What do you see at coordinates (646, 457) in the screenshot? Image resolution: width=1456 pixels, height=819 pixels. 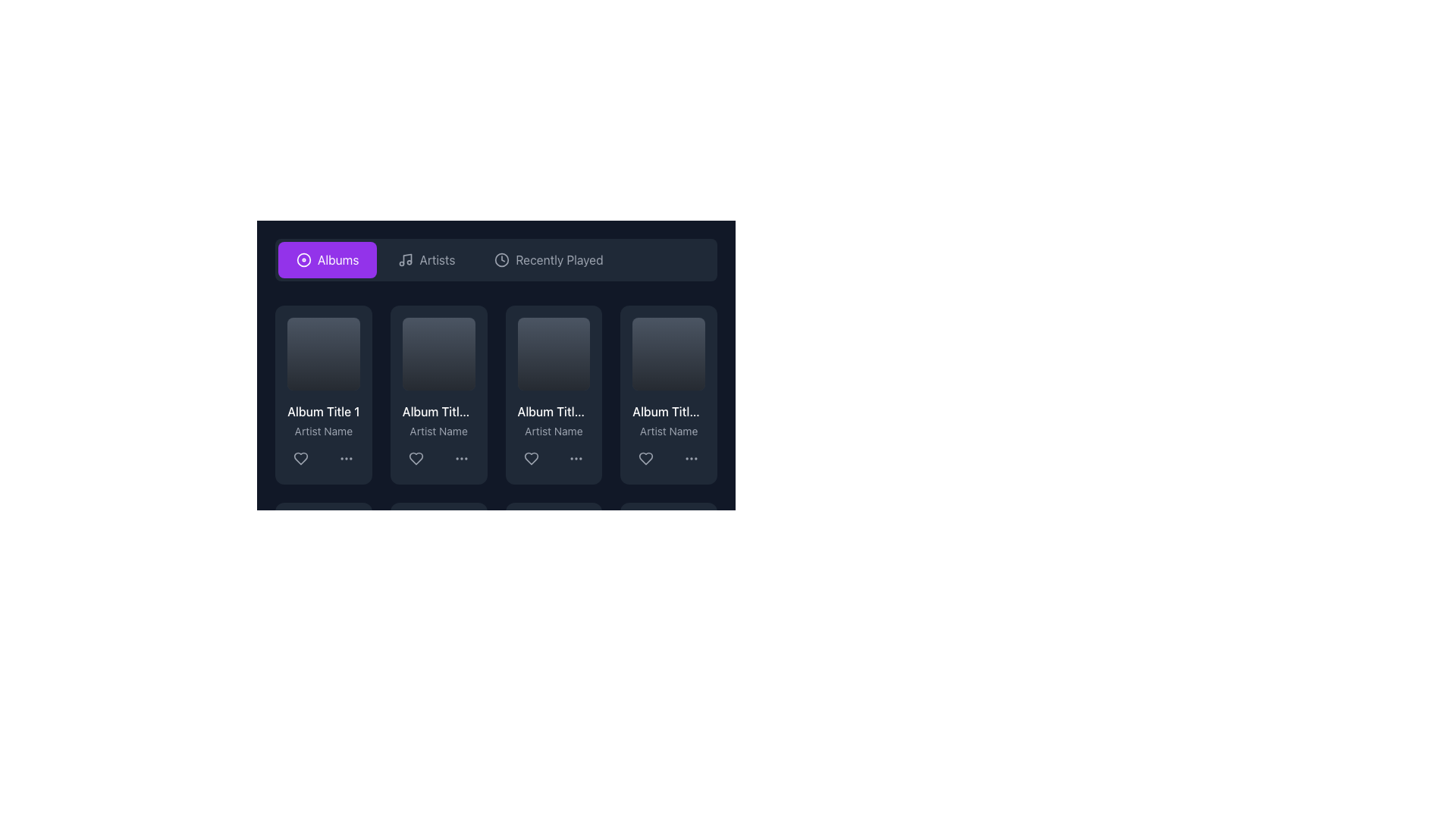 I see `the heart-shaped icon, which is the leftmost icon below the album title and artist name in the fourth card of the album grid, to indicate preference or like` at bounding box center [646, 457].